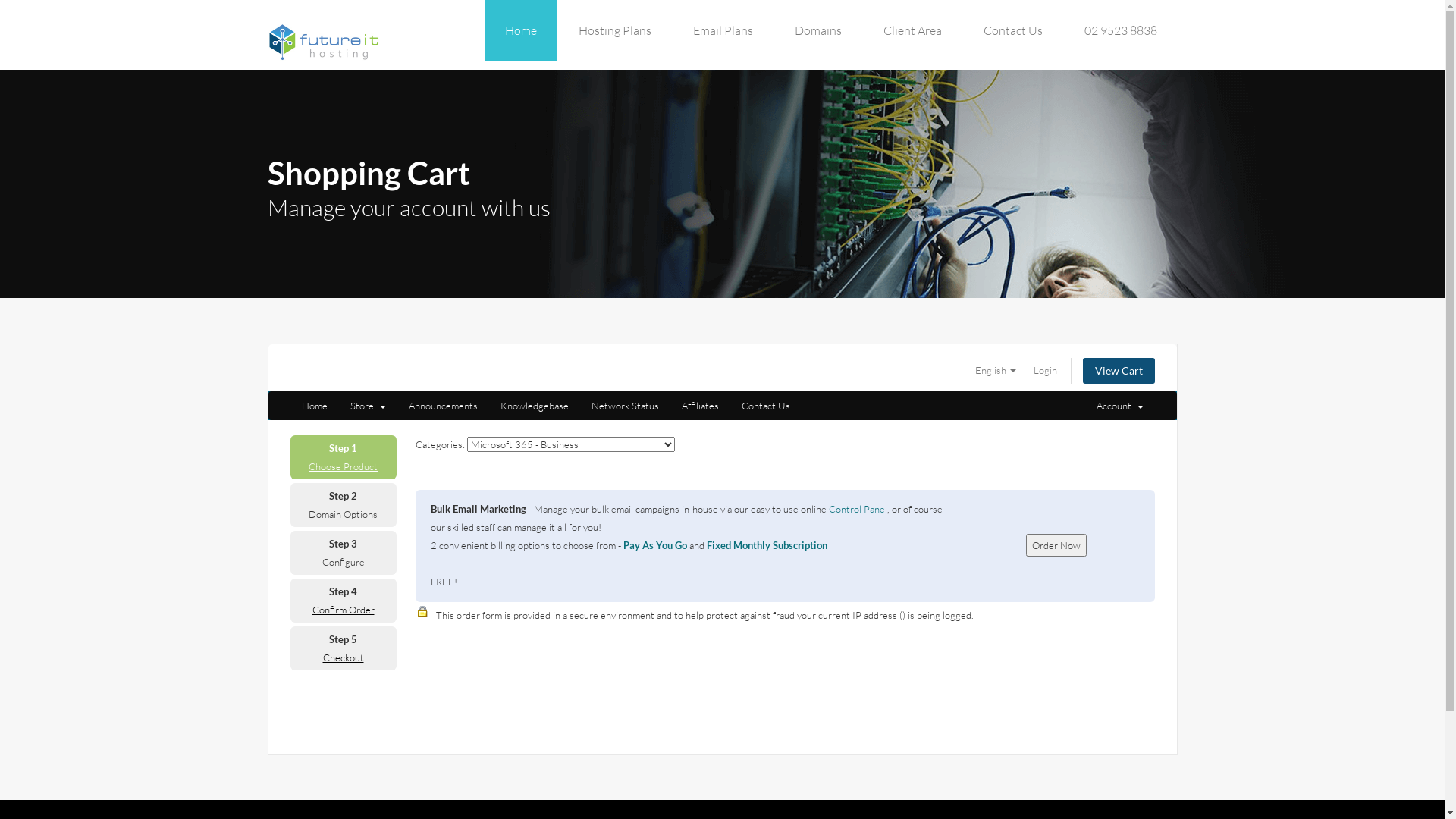 This screenshot has height=819, width=1456. What do you see at coordinates (578, 405) in the screenshot?
I see `'Network Status'` at bounding box center [578, 405].